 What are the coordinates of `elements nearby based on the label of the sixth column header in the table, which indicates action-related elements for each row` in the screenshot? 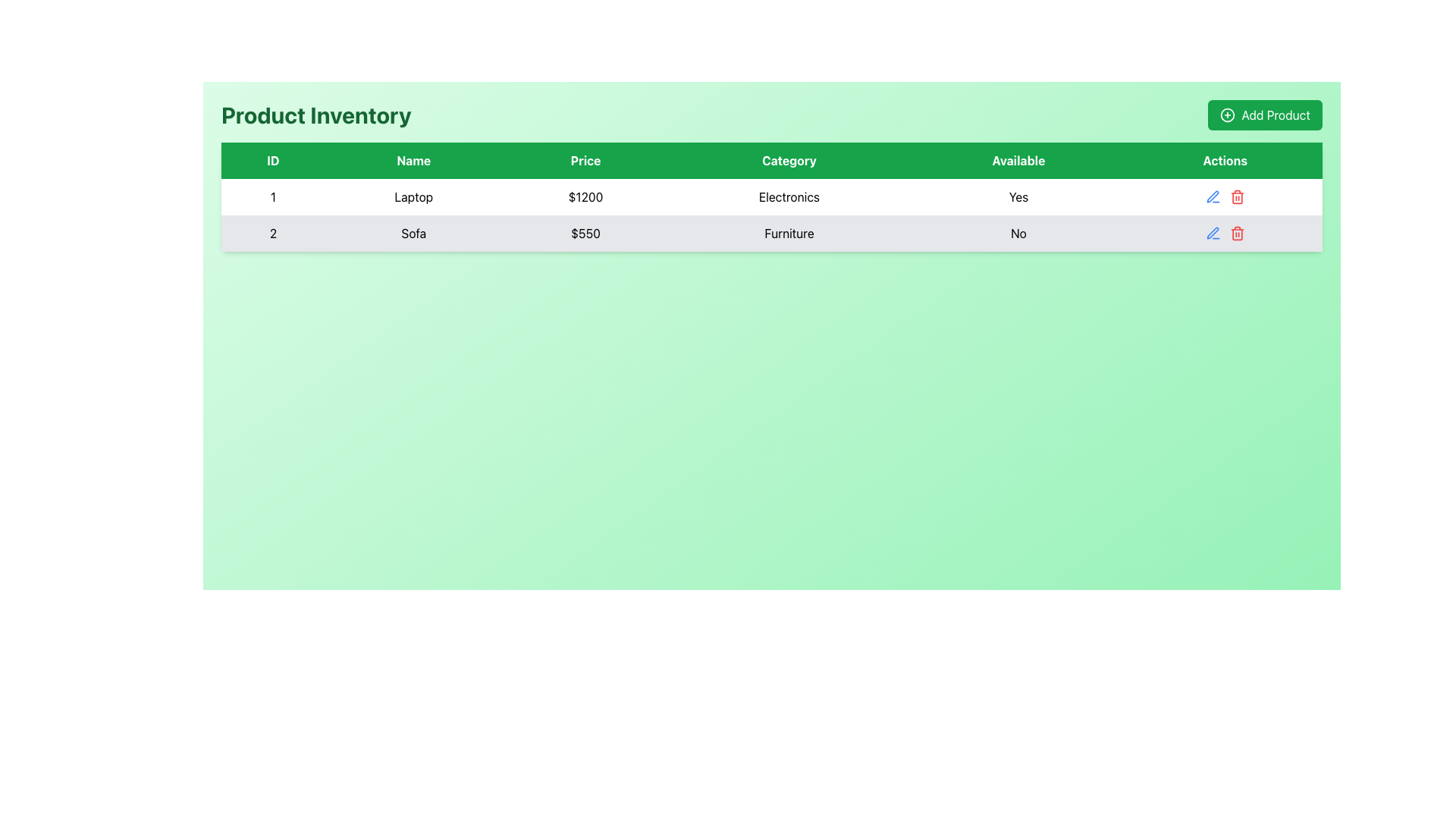 It's located at (1224, 161).